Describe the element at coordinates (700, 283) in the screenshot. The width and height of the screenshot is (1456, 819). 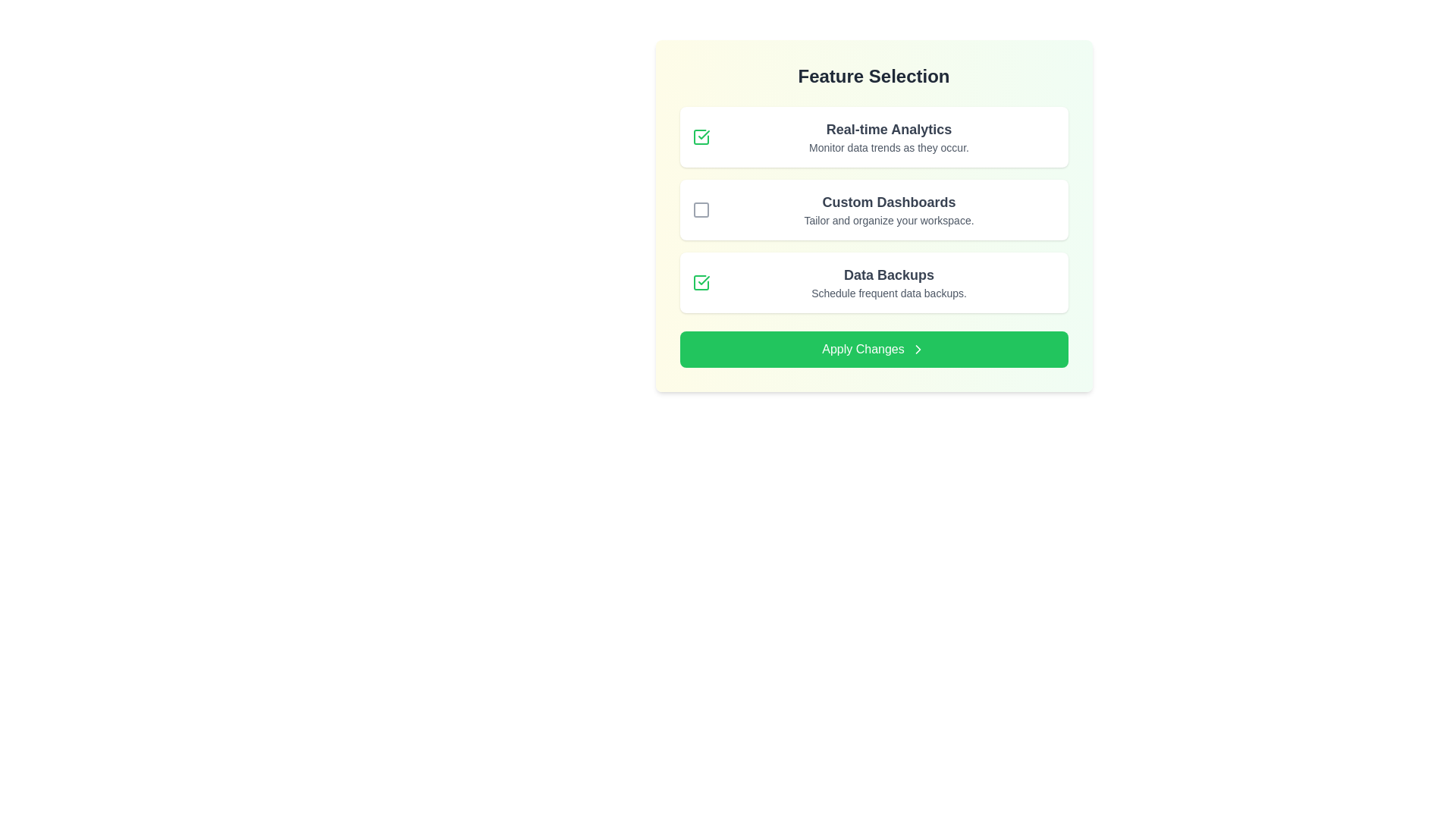
I see `the checkbox for 'Data Backups' located in the 'Feature Selection' section, which toggles the selection state` at that location.